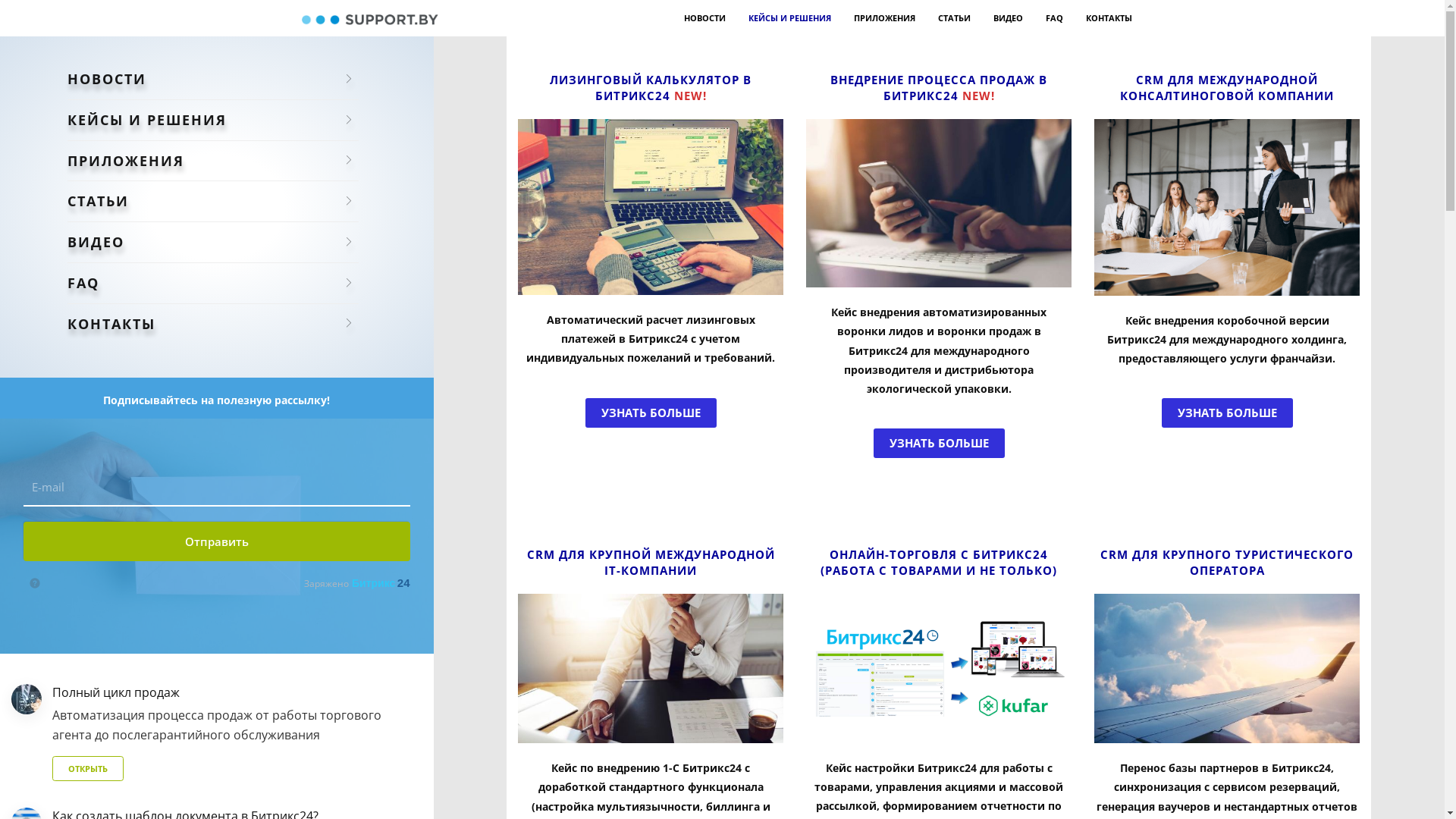 This screenshot has height=819, width=1456. I want to click on 'FAQ', so click(212, 283).